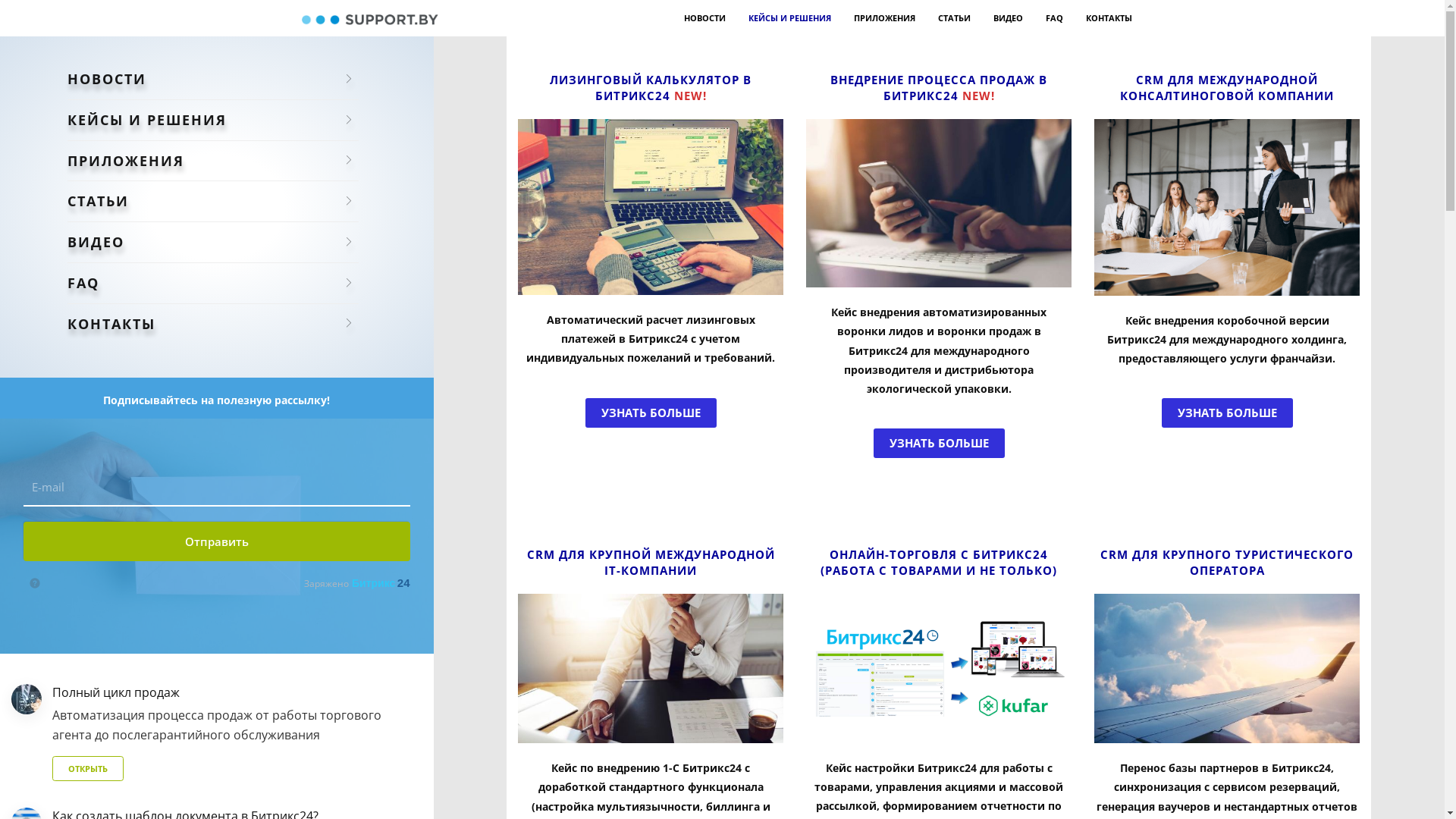 This screenshot has height=819, width=1456. I want to click on 'FAQ', so click(212, 283).